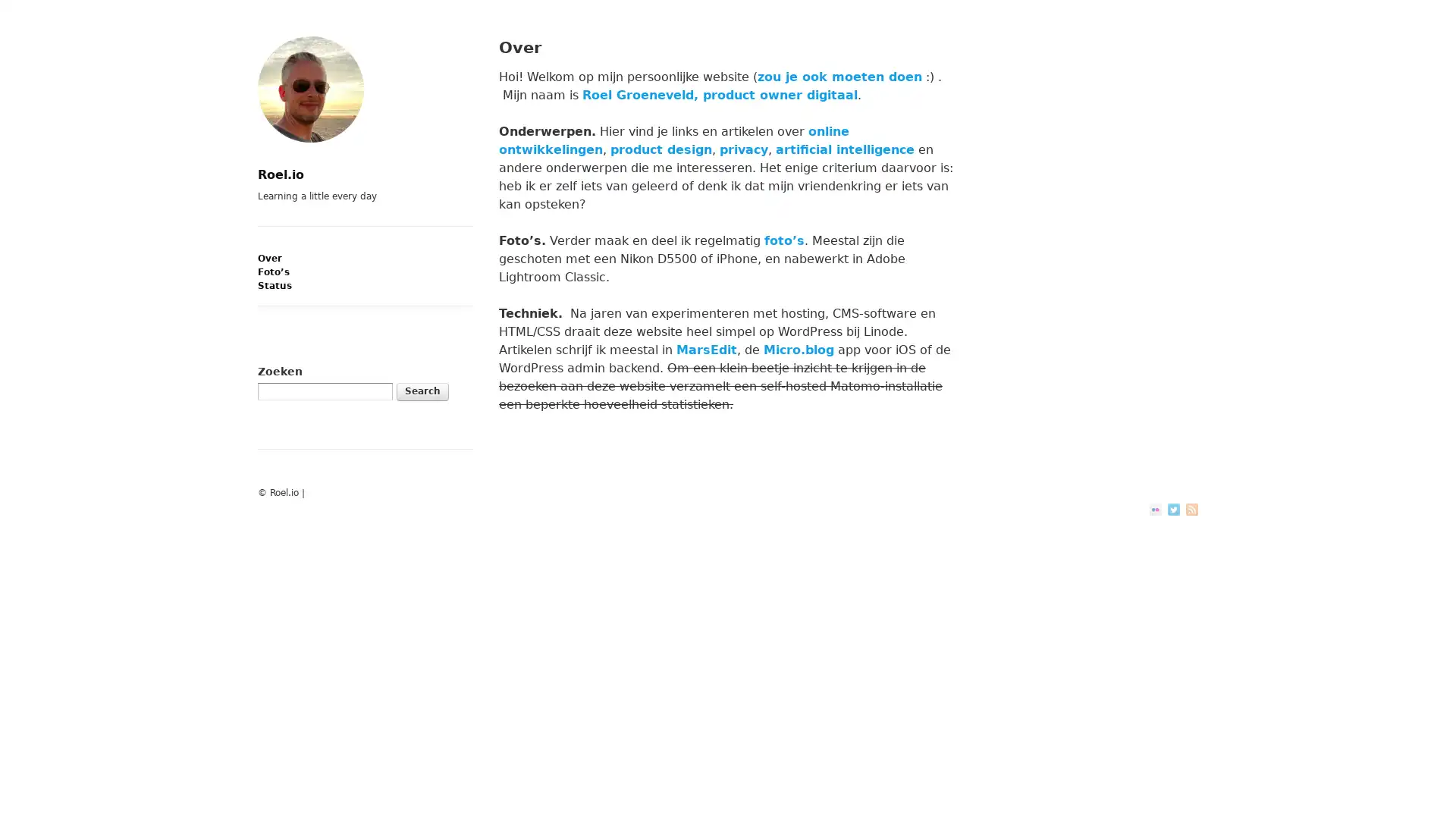 This screenshot has width=1456, height=819. What do you see at coordinates (422, 384) in the screenshot?
I see `Search` at bounding box center [422, 384].